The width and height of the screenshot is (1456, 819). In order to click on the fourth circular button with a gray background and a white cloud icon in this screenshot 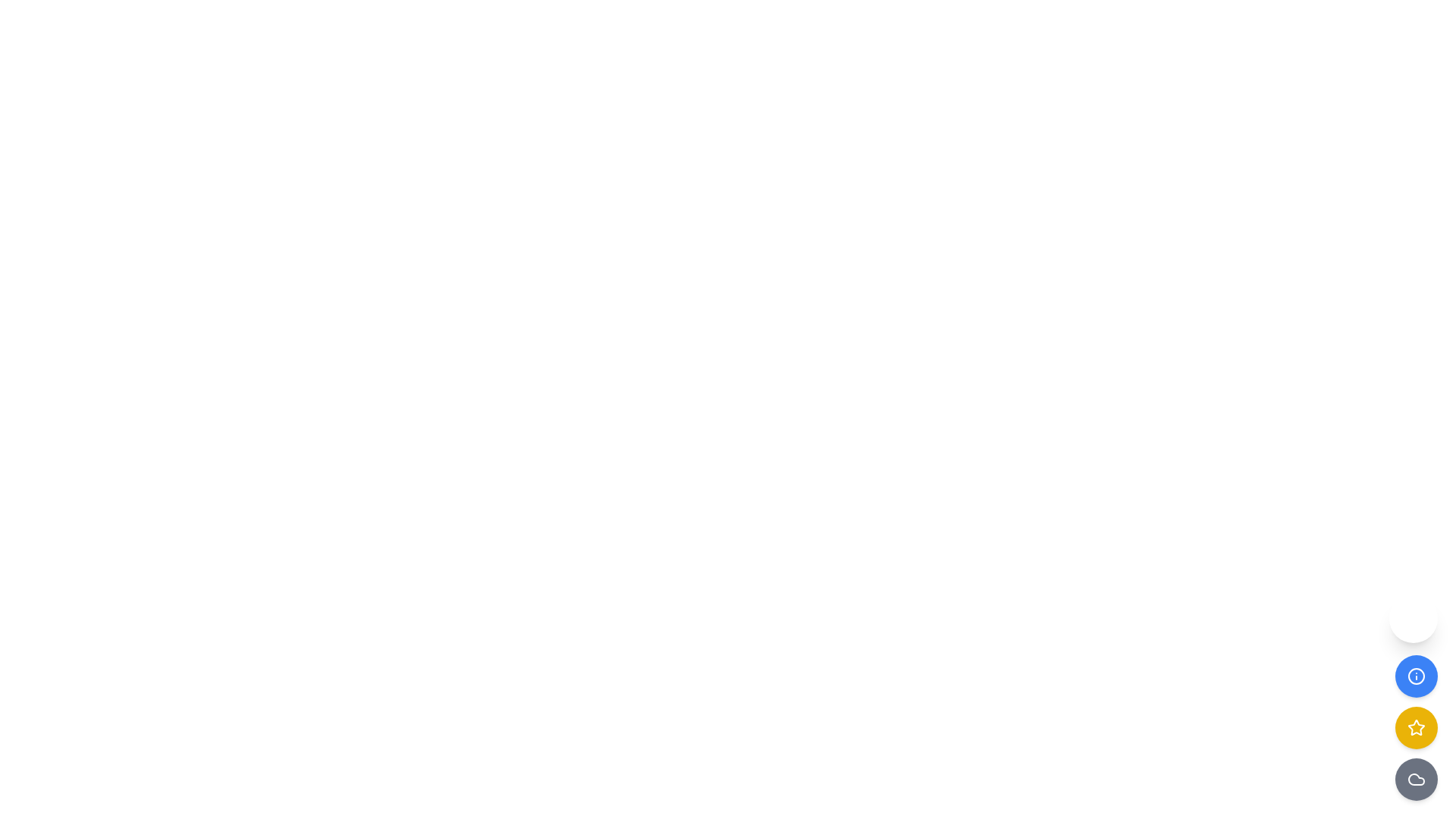, I will do `click(1415, 780)`.